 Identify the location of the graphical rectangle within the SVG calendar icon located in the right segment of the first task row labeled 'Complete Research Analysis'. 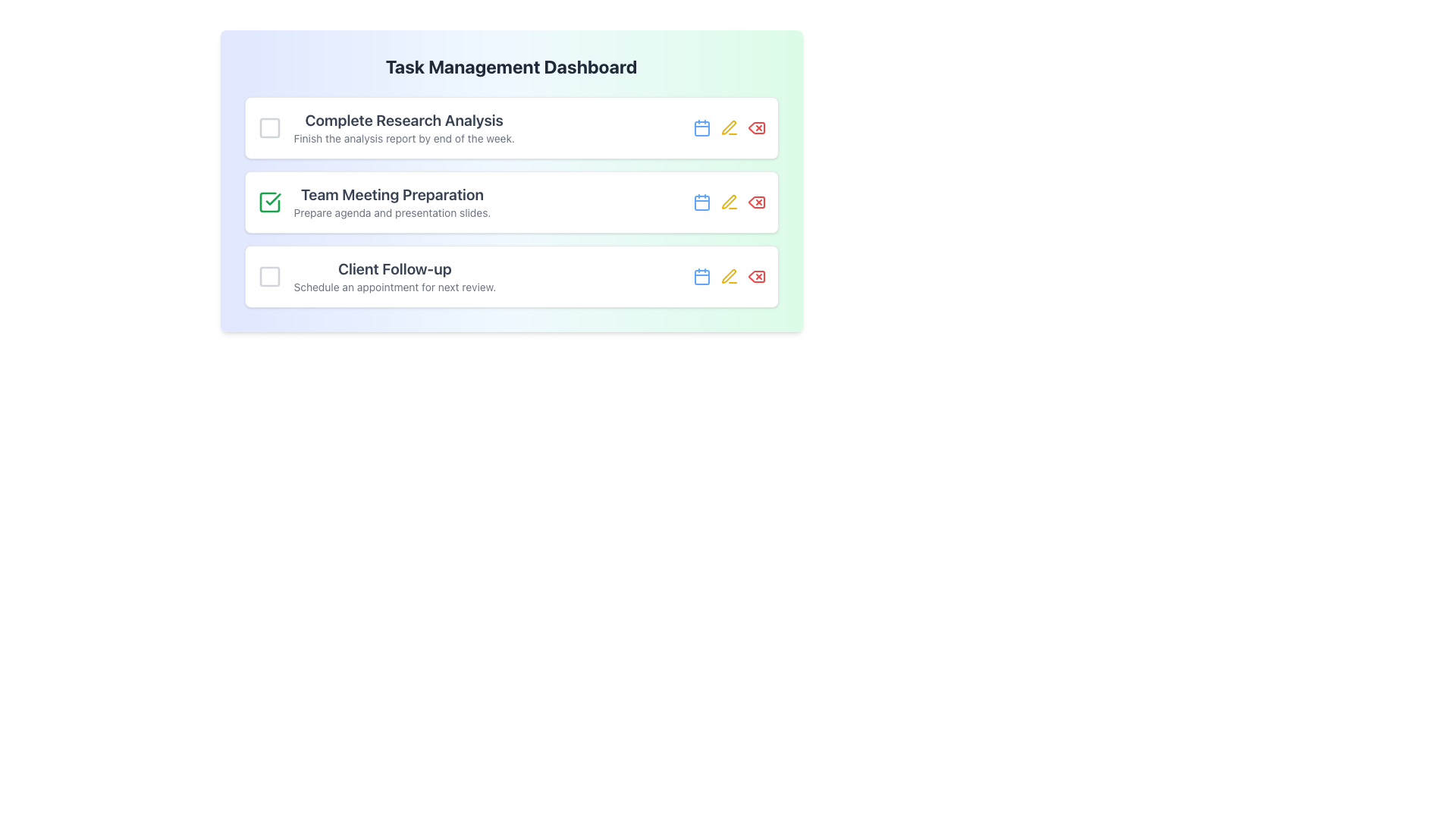
(701, 127).